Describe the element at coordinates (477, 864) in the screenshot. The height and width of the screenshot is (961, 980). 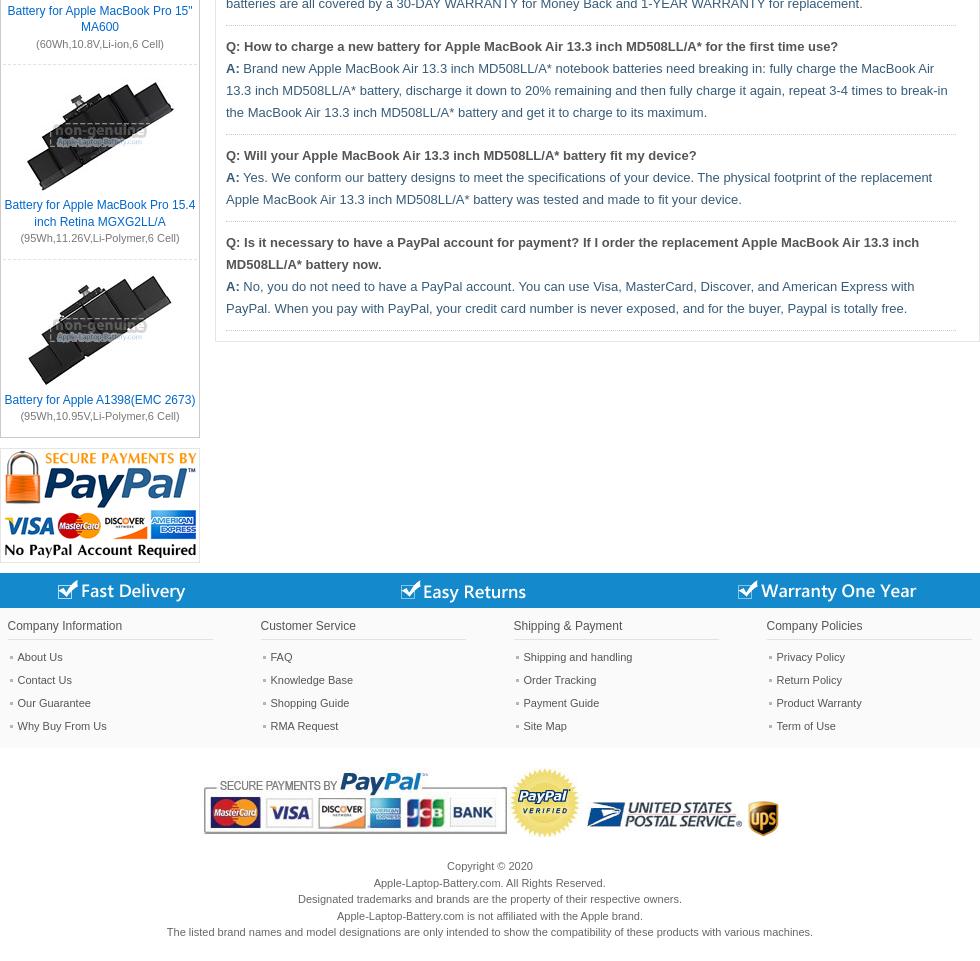
I see `'Copyright ©'` at that location.